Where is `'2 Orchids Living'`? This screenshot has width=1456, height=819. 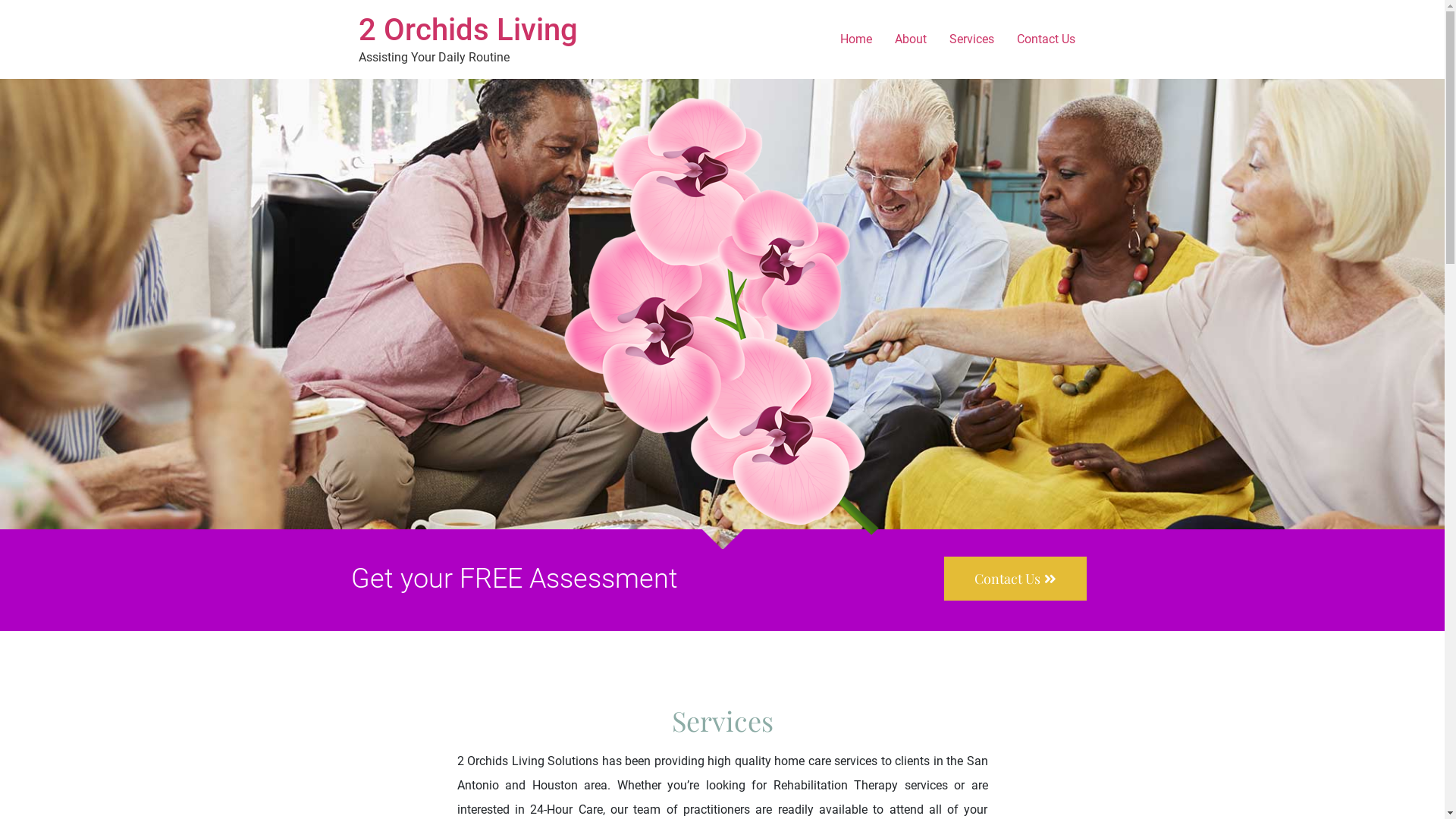
'2 Orchids Living' is located at coordinates (466, 30).